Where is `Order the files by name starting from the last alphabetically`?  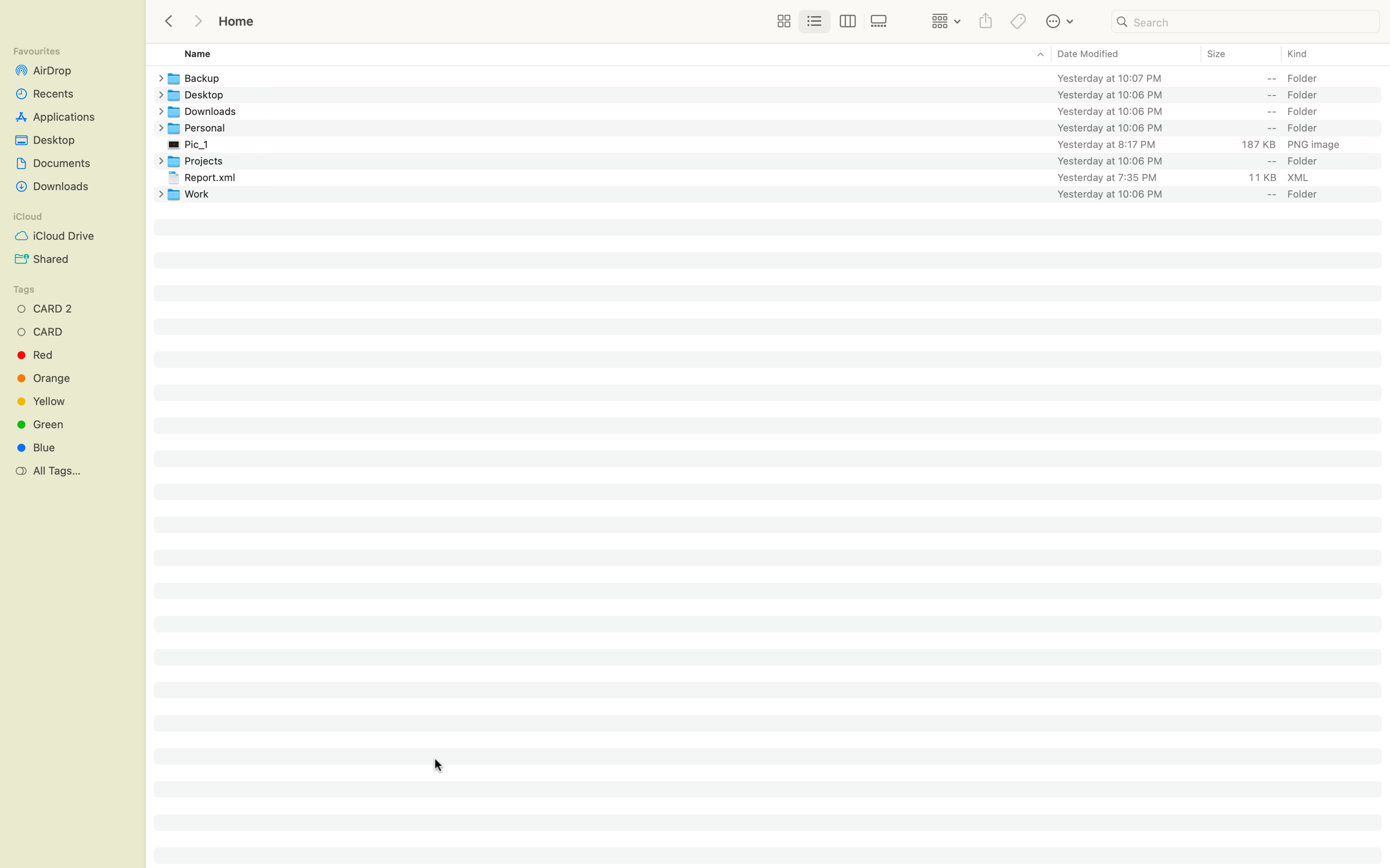
Order the files by name starting from the last alphabetically is located at coordinates (598, 55).